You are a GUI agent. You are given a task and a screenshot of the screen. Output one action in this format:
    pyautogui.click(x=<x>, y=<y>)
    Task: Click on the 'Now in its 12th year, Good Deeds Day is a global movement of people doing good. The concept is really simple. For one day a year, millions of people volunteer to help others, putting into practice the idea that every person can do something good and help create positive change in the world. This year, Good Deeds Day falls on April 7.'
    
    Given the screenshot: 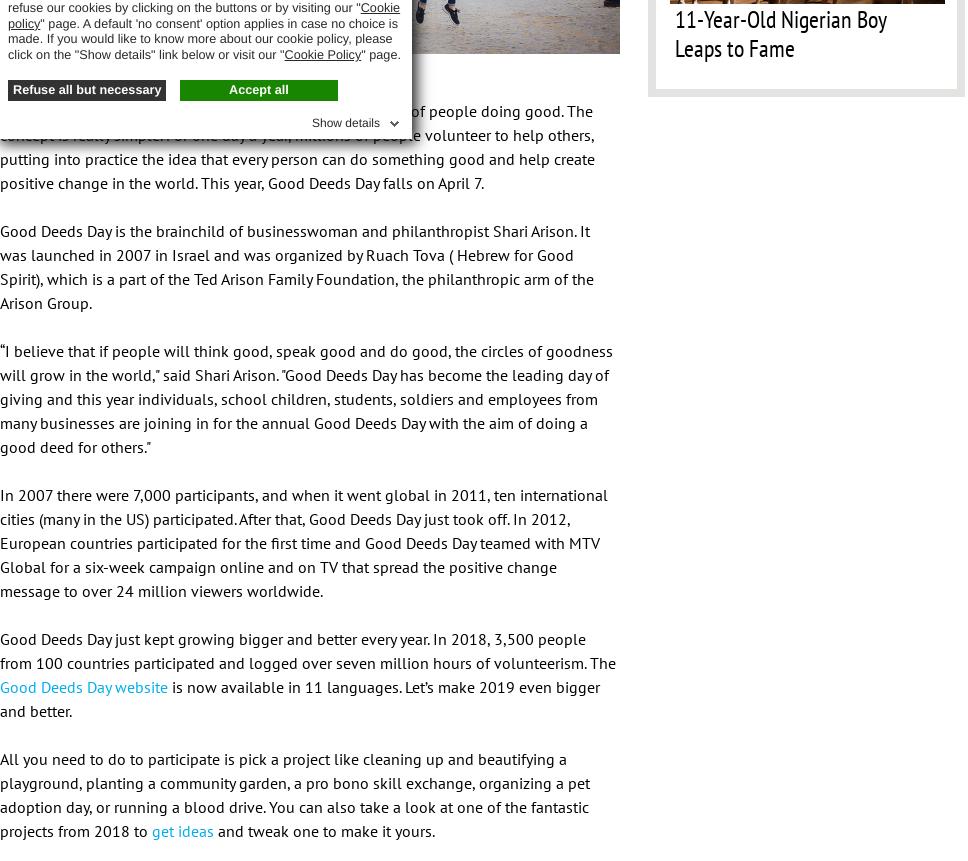 What is the action you would take?
    pyautogui.click(x=0, y=146)
    